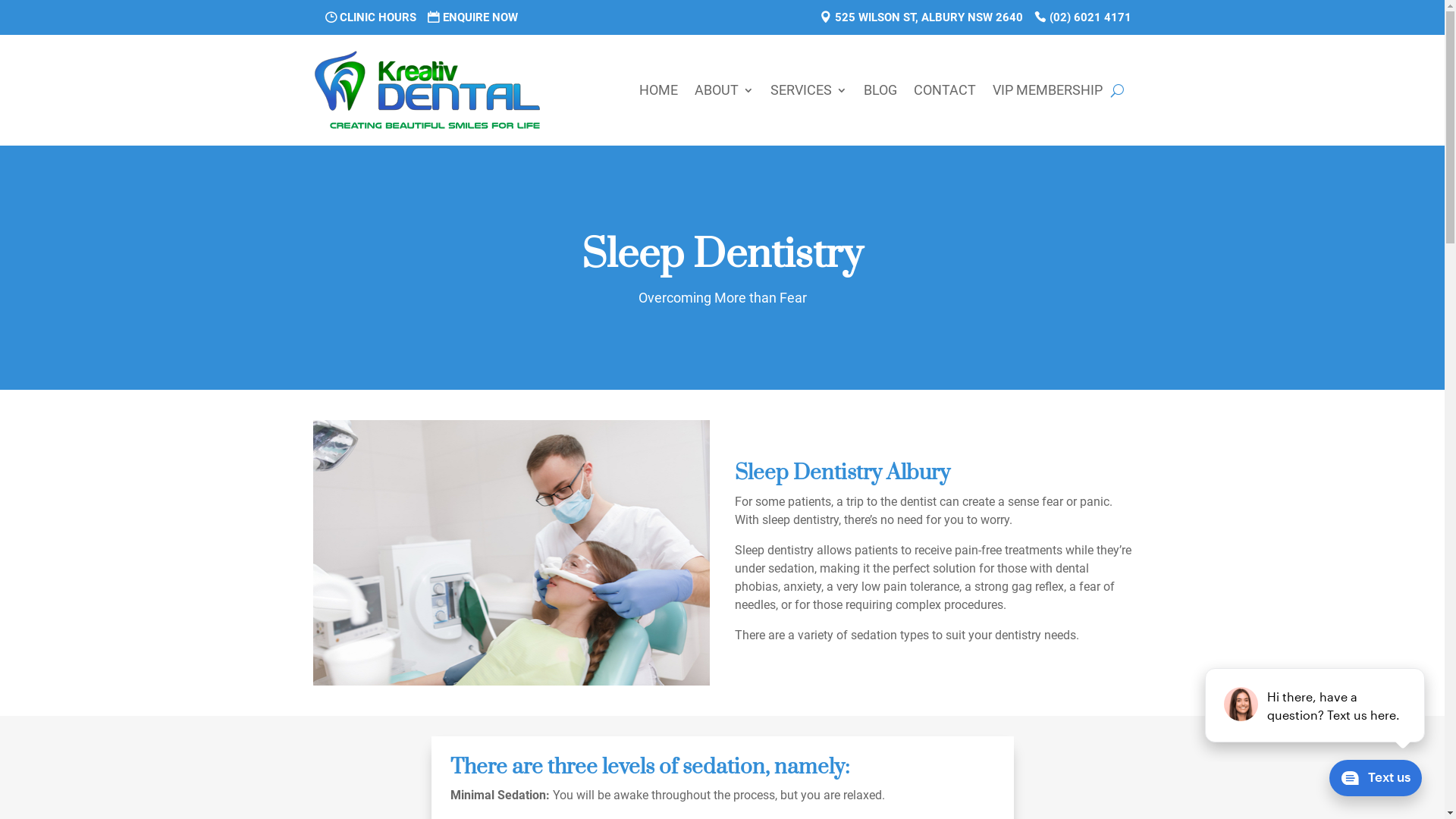  Describe the element at coordinates (943, 90) in the screenshot. I see `'CONTACT'` at that location.